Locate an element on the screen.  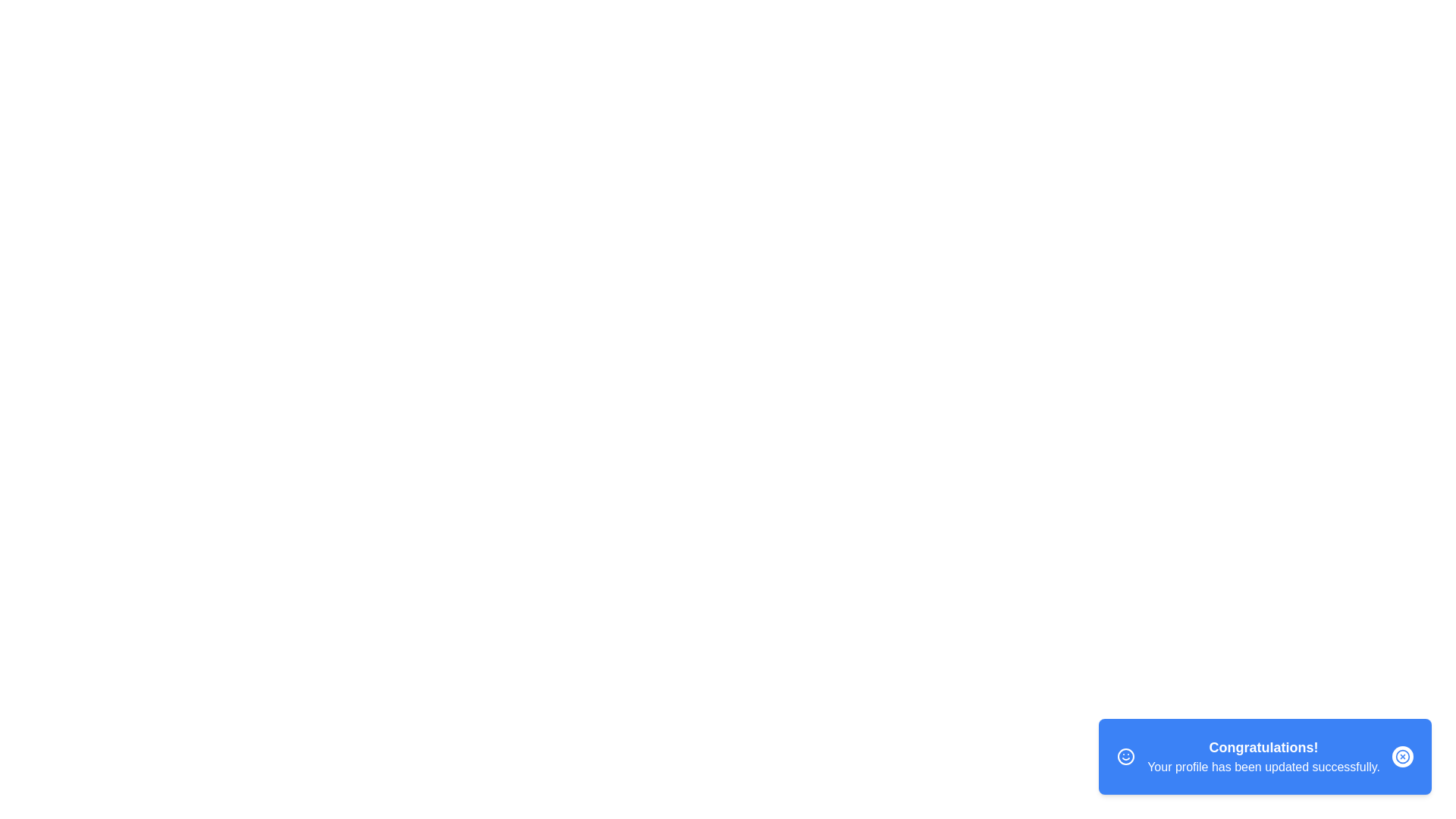
the smiley icon to inspect its behavior or details is located at coordinates (1125, 757).